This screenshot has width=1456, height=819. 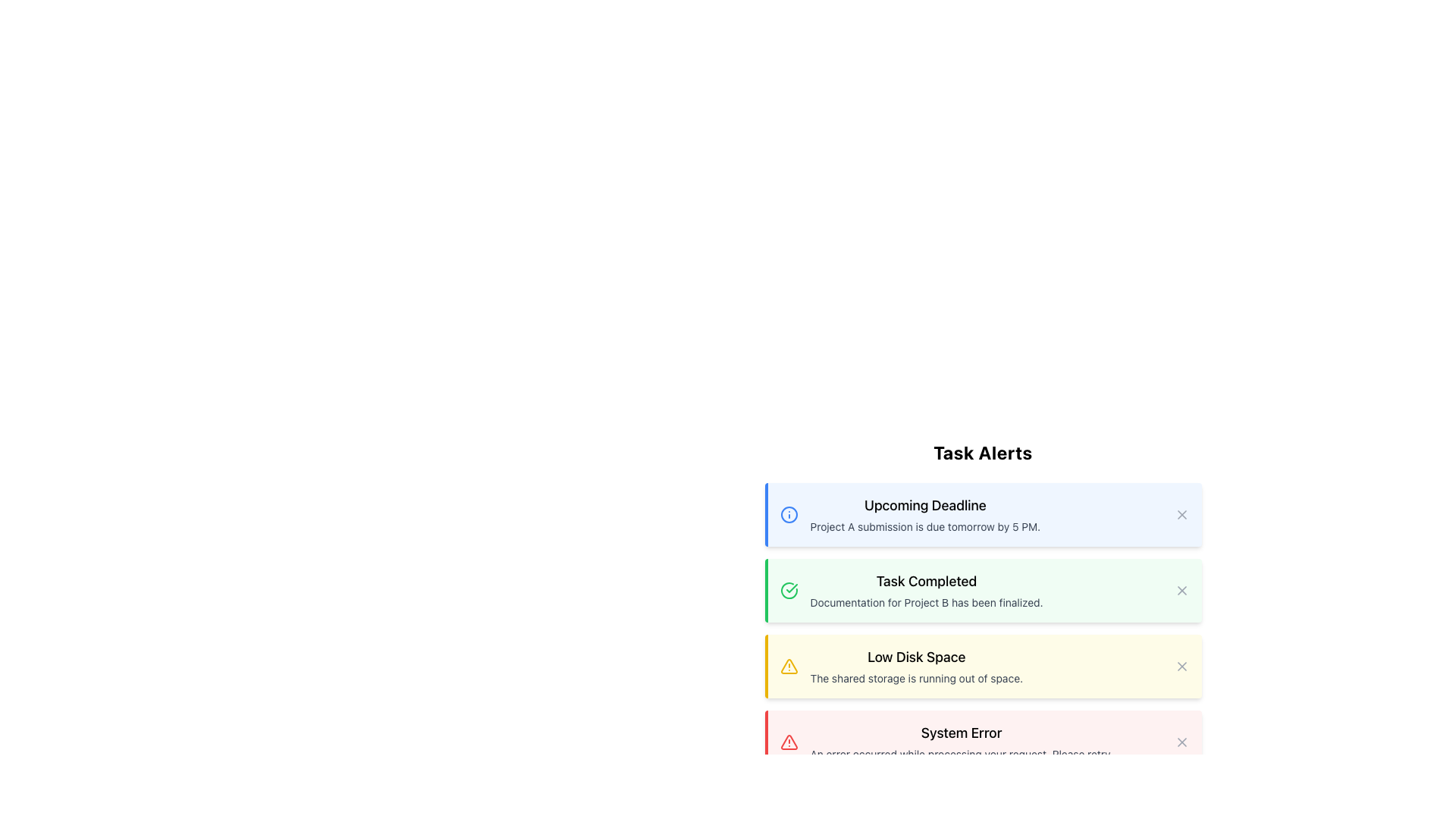 What do you see at coordinates (789, 742) in the screenshot?
I see `the critical warning icon located on the leftmost side of the 'System Error' alert box, which serves as a static indicator` at bounding box center [789, 742].